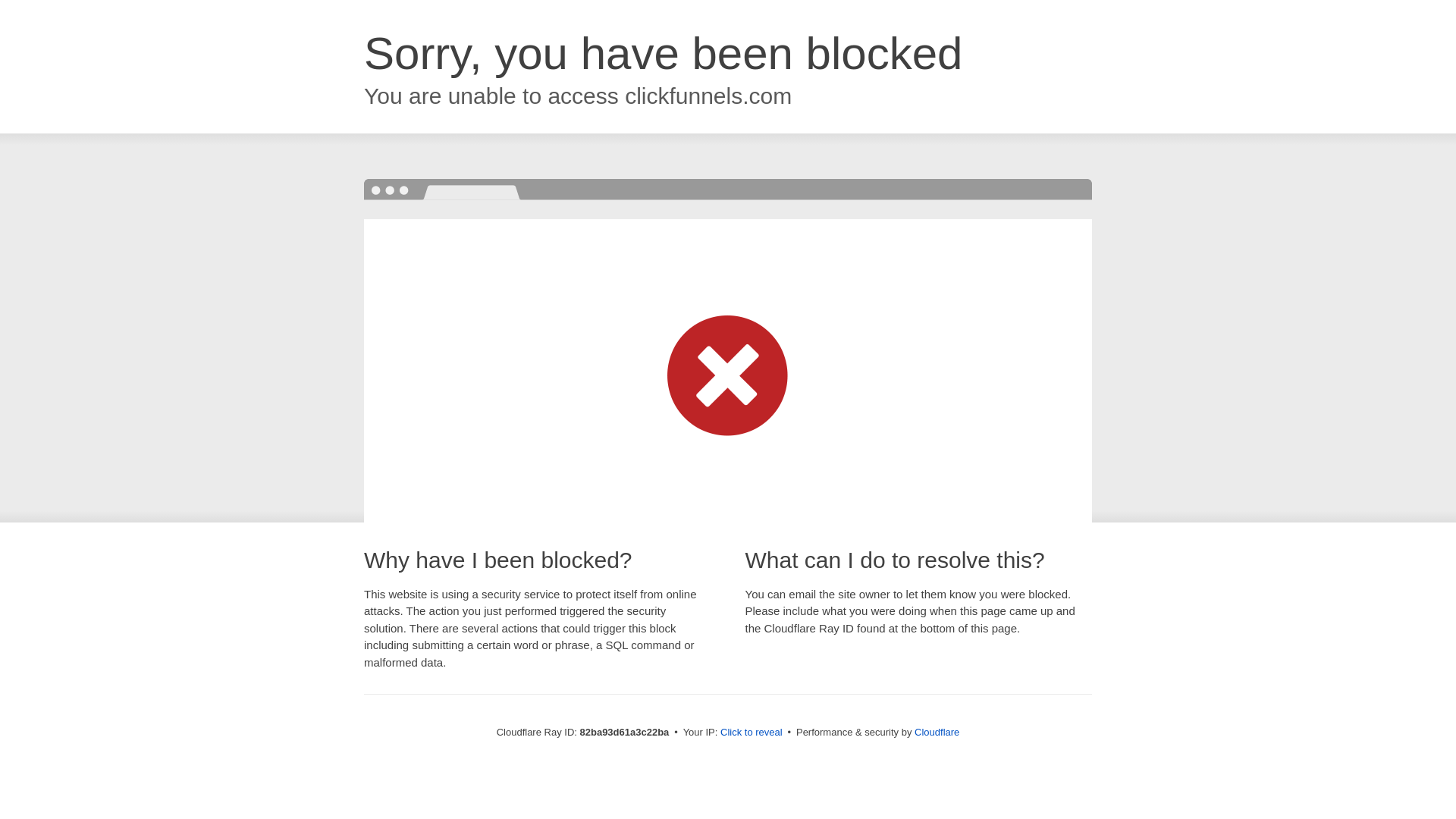 This screenshot has height=819, width=1456. What do you see at coordinates (751, 731) in the screenshot?
I see `'Click to reveal'` at bounding box center [751, 731].